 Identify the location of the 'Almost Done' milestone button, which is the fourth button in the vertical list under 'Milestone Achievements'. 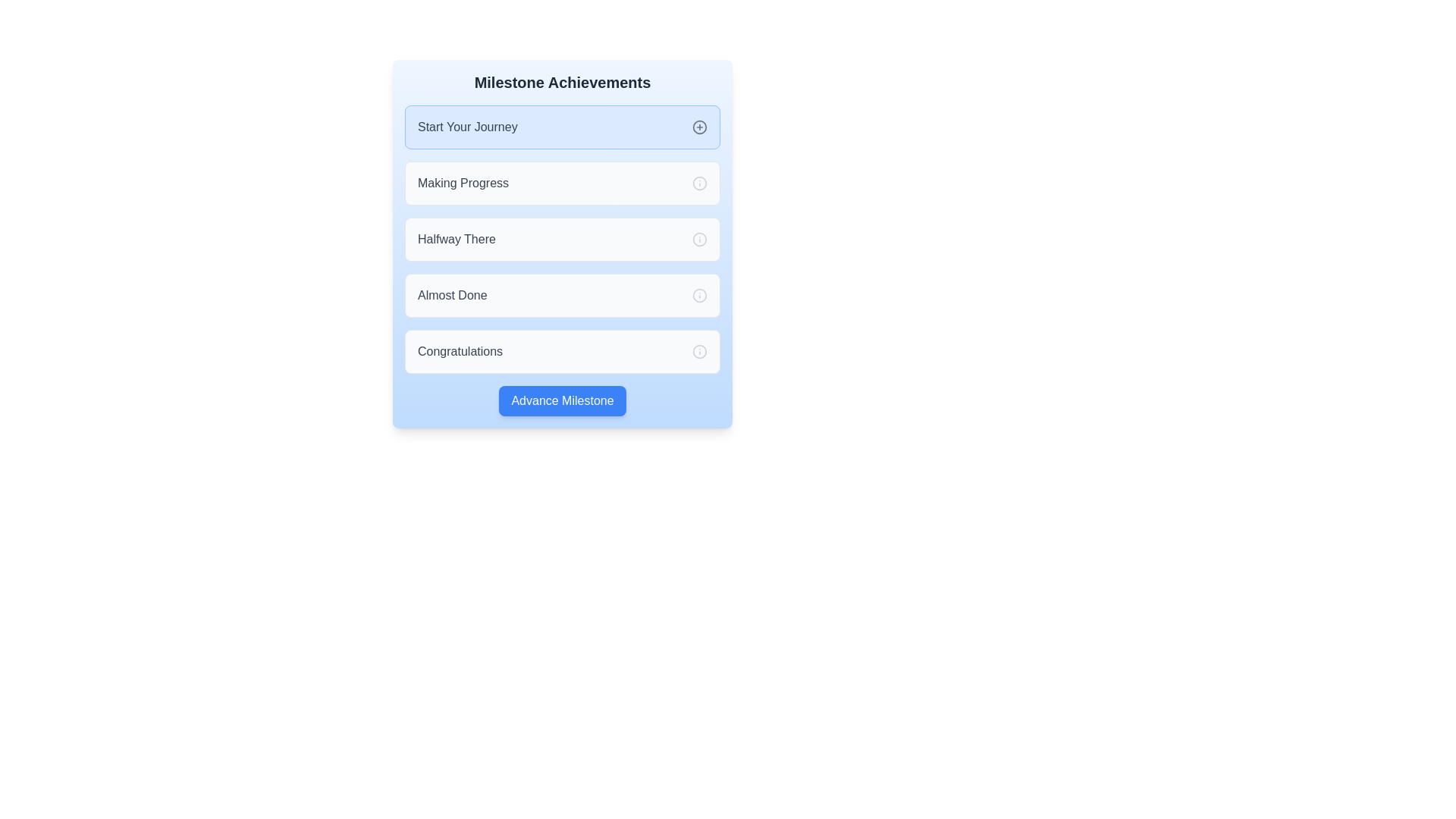
(562, 295).